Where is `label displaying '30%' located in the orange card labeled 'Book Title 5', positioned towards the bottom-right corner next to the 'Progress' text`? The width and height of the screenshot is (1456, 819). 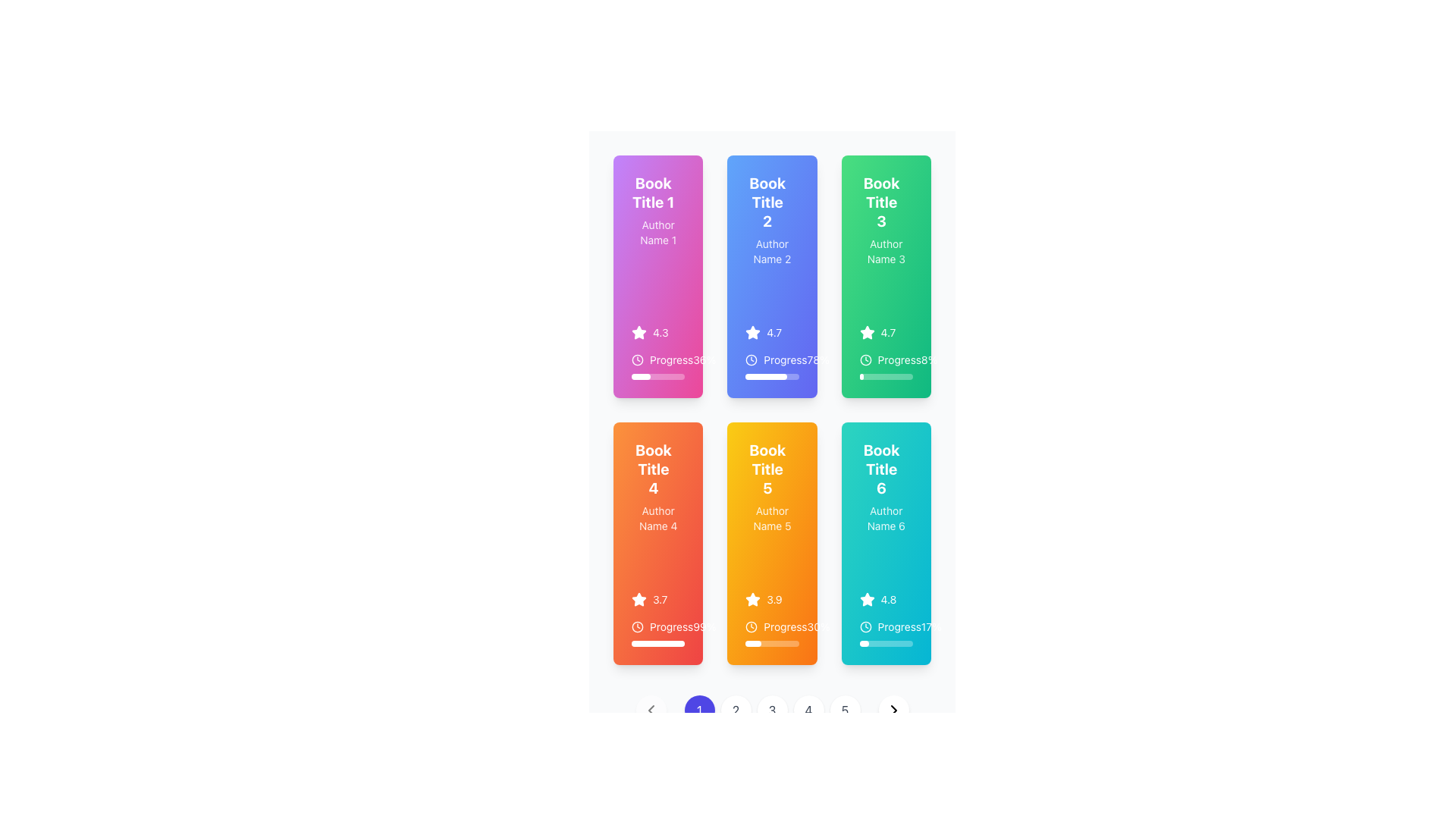 label displaying '30%' located in the orange card labeled 'Book Title 5', positioned towards the bottom-right corner next to the 'Progress' text is located at coordinates (817, 626).